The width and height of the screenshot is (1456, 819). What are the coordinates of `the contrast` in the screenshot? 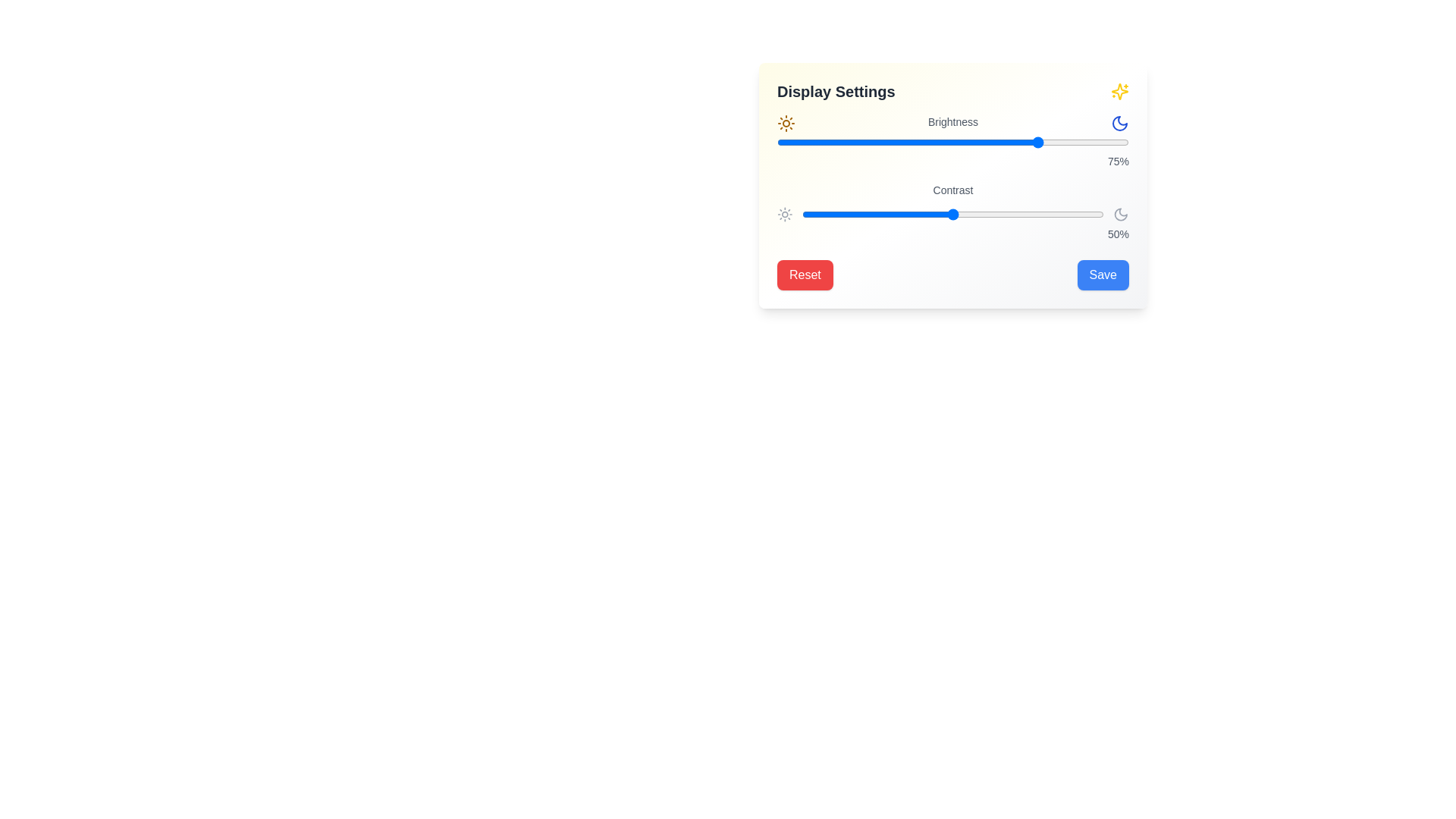 It's located at (1073, 214).